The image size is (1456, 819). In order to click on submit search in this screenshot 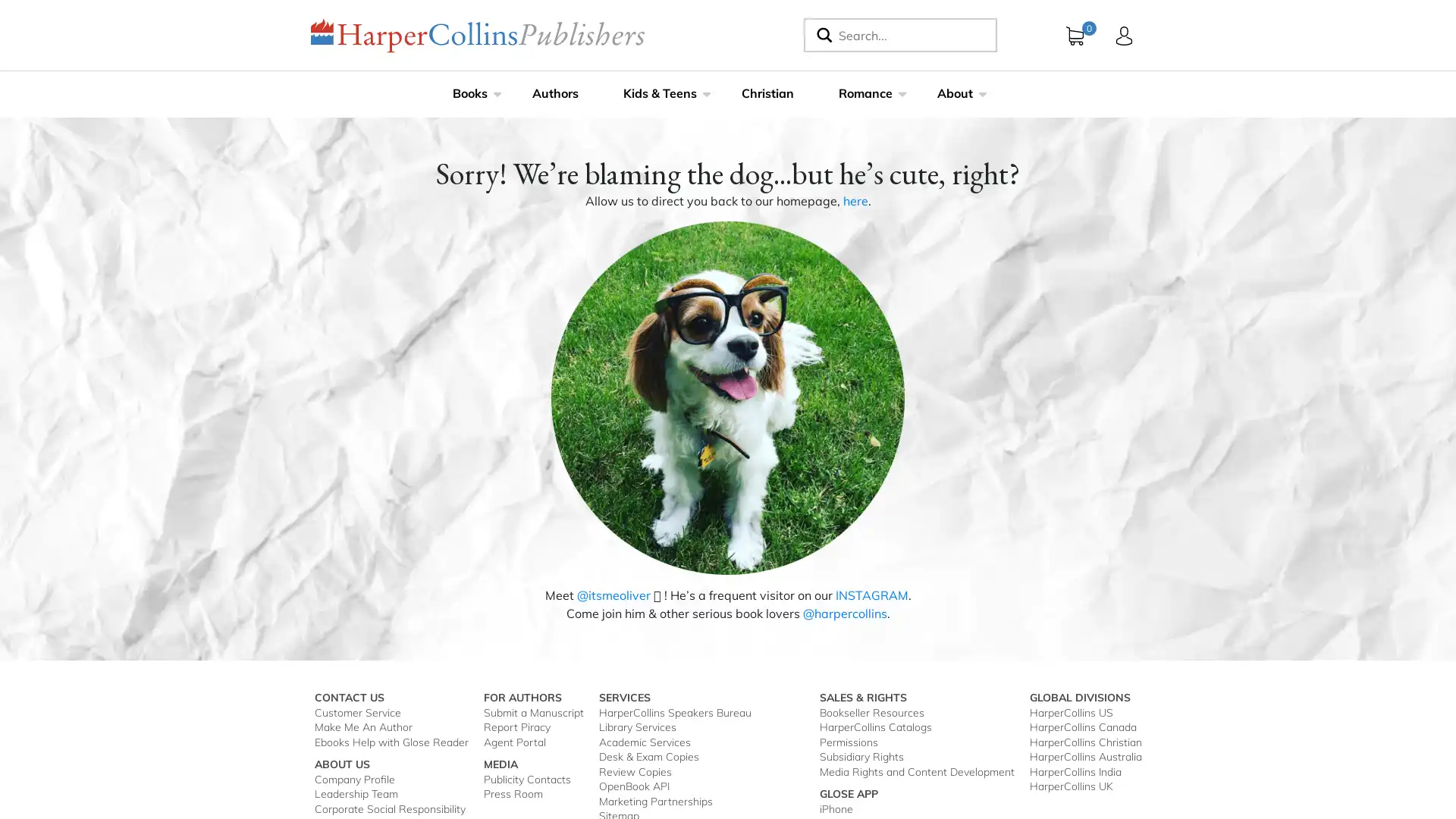, I will do `click(821, 34)`.